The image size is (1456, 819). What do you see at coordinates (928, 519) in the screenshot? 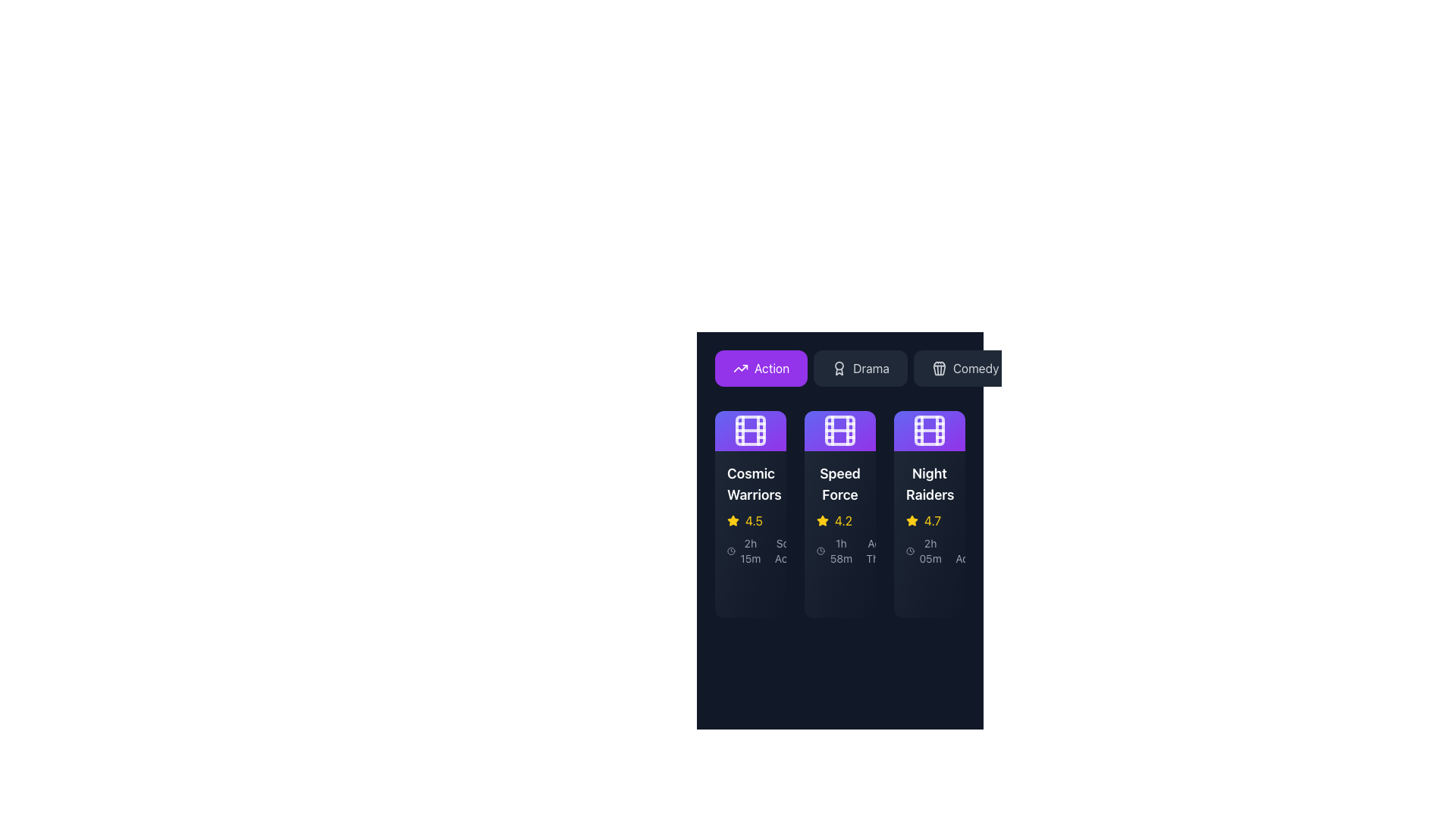
I see `rating value displayed as '4.7' in the yellow star icon element, located within the third card from the left, below the title 'Night Raiders'` at bounding box center [928, 519].